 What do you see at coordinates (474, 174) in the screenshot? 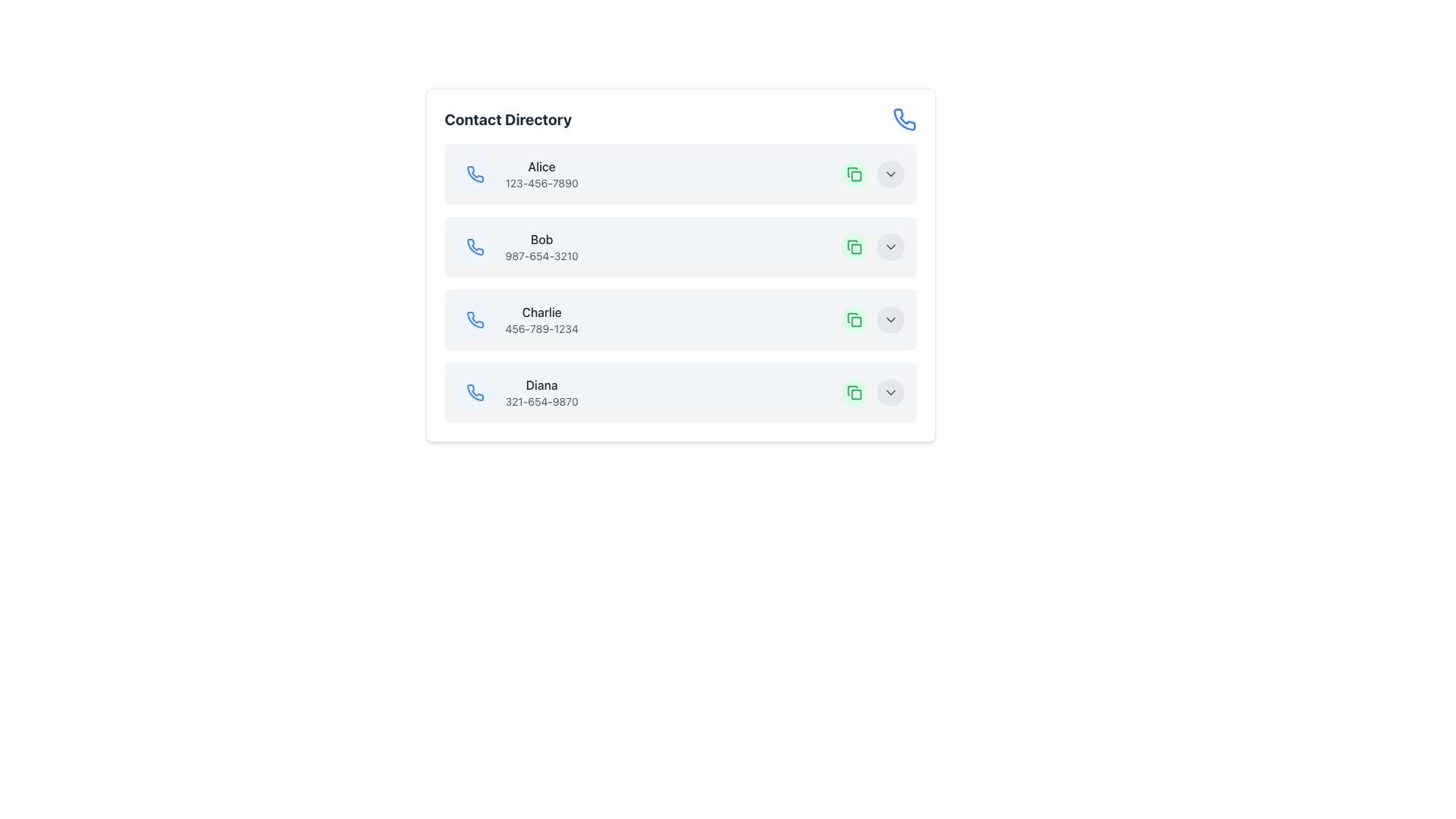
I see `the phone contact icon for Alice` at bounding box center [474, 174].